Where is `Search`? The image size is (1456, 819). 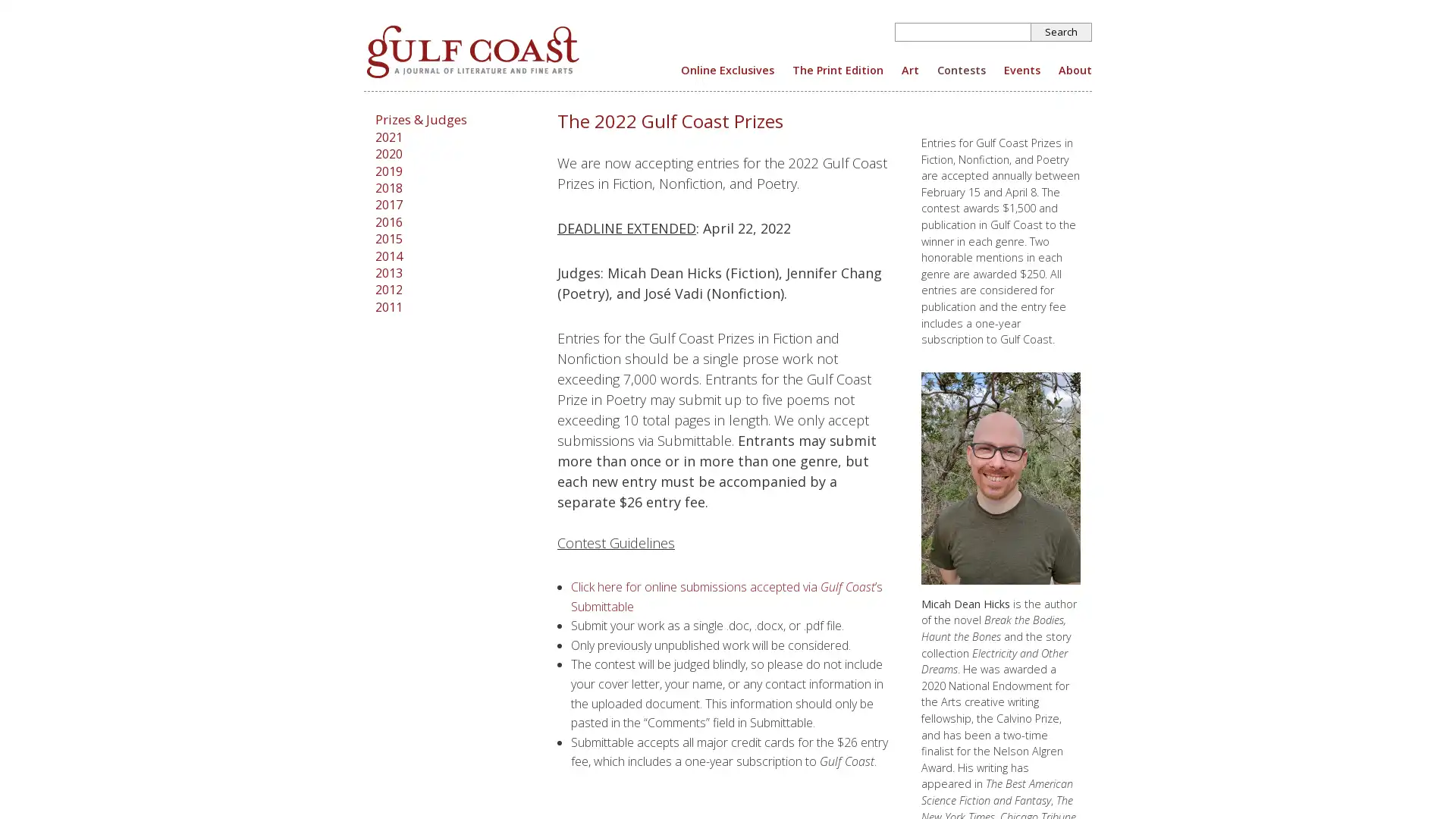 Search is located at coordinates (1061, 32).